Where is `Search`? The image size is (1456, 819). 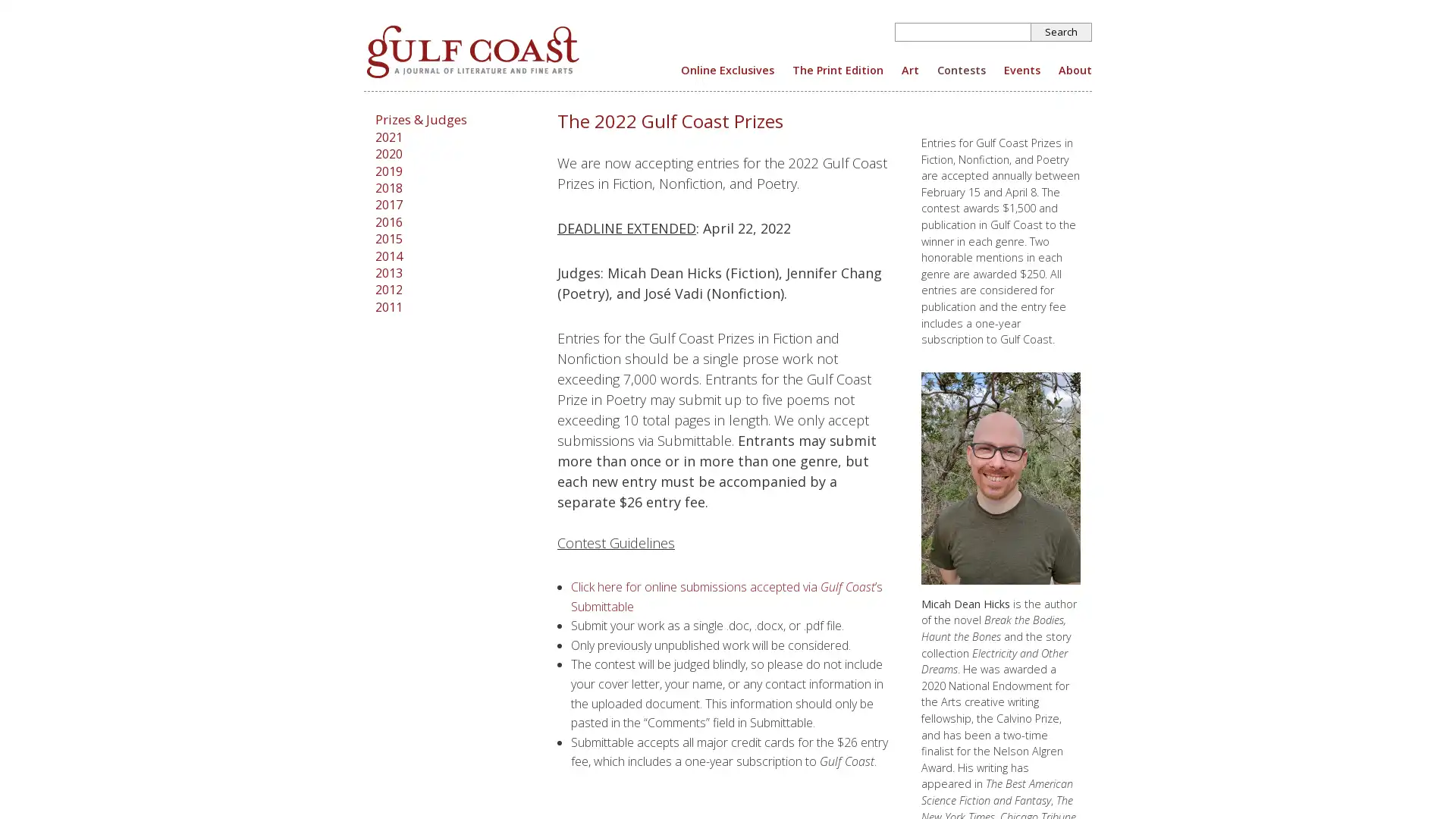 Search is located at coordinates (1061, 32).